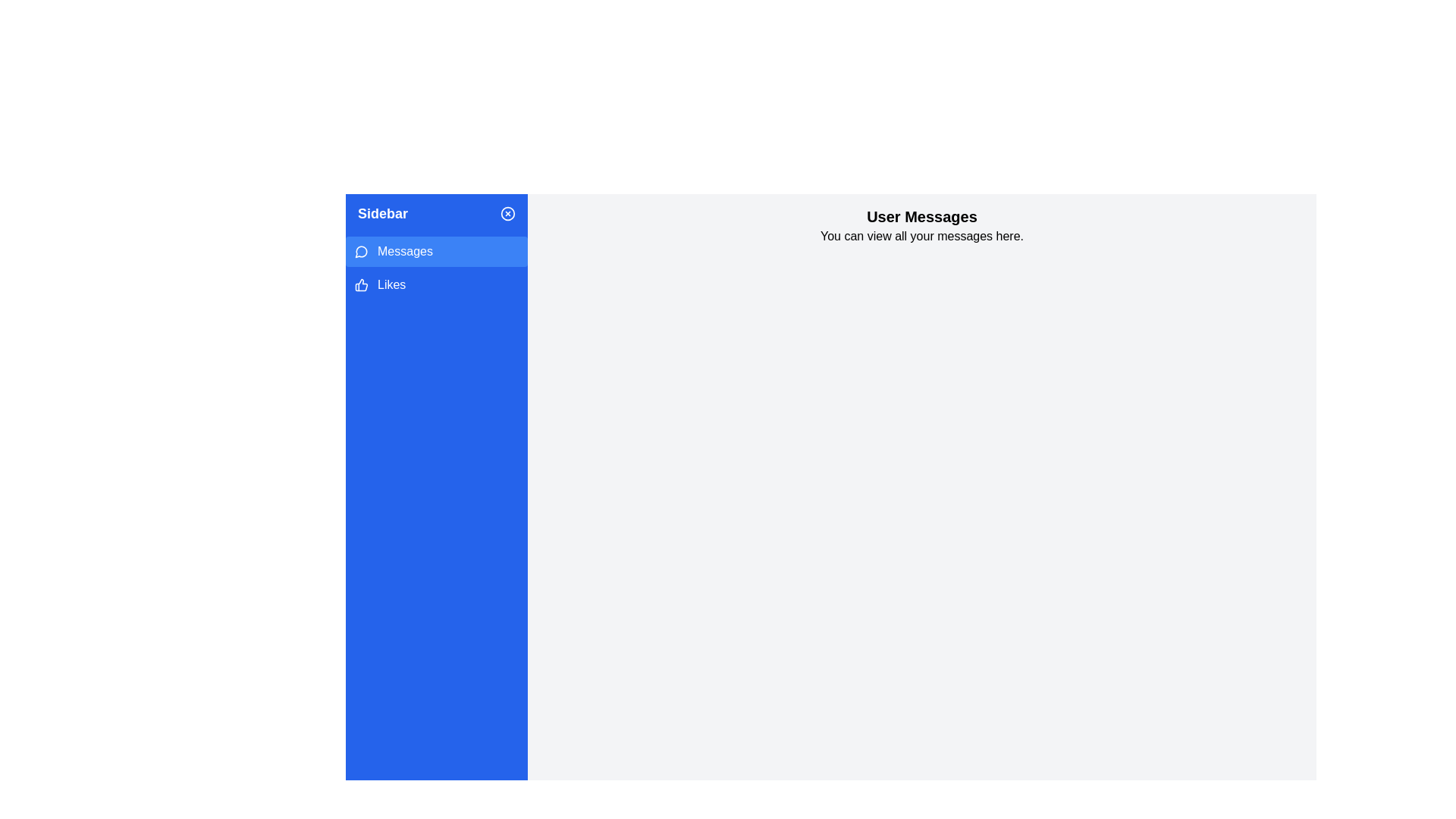 The image size is (1456, 819). What do you see at coordinates (360, 284) in the screenshot?
I see `the vector graphic icon that indicates the 'Likes' menu item, located in the sidebar to the left of the 'Likes' label` at bounding box center [360, 284].